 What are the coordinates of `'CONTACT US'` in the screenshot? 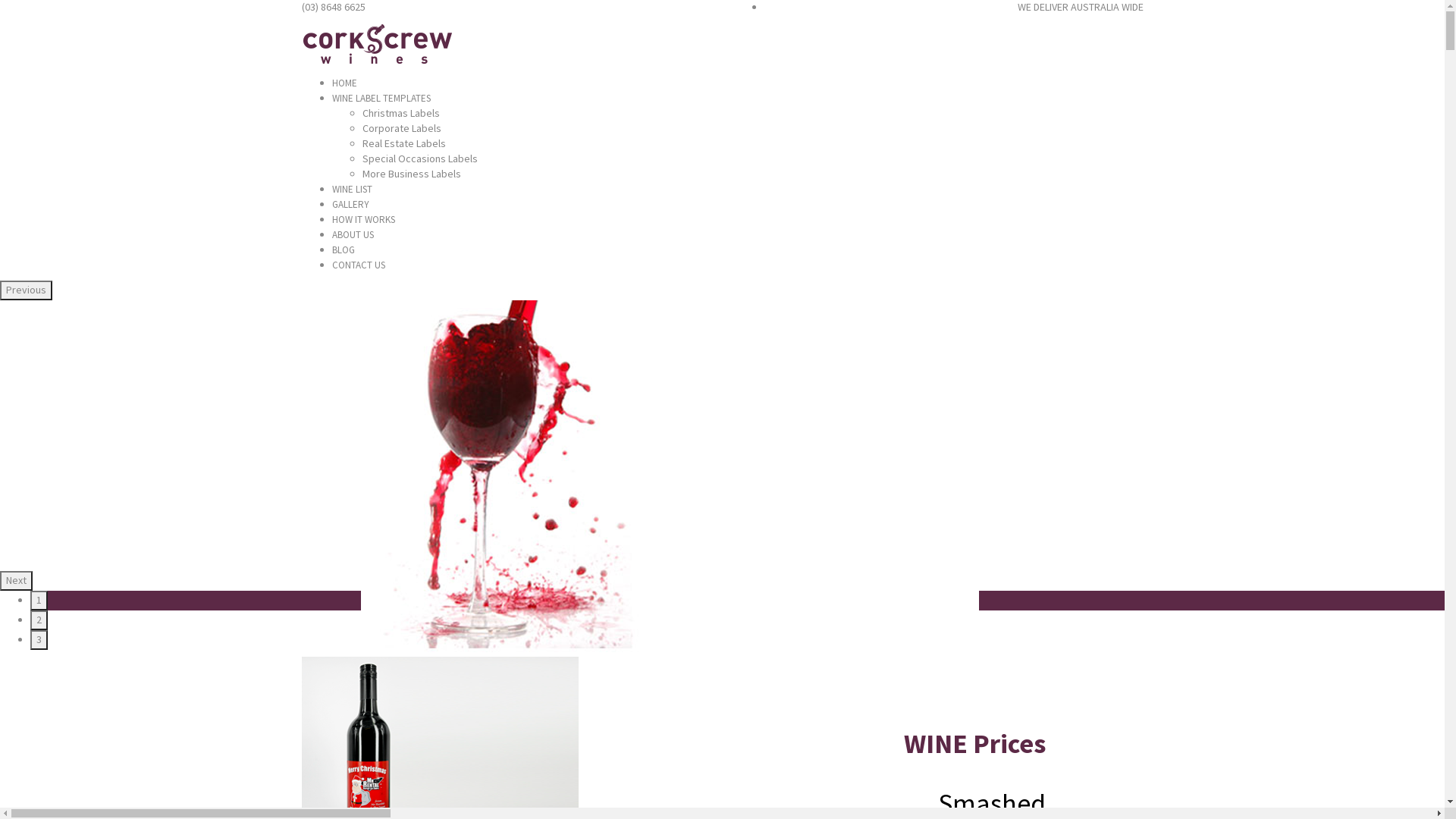 It's located at (358, 264).